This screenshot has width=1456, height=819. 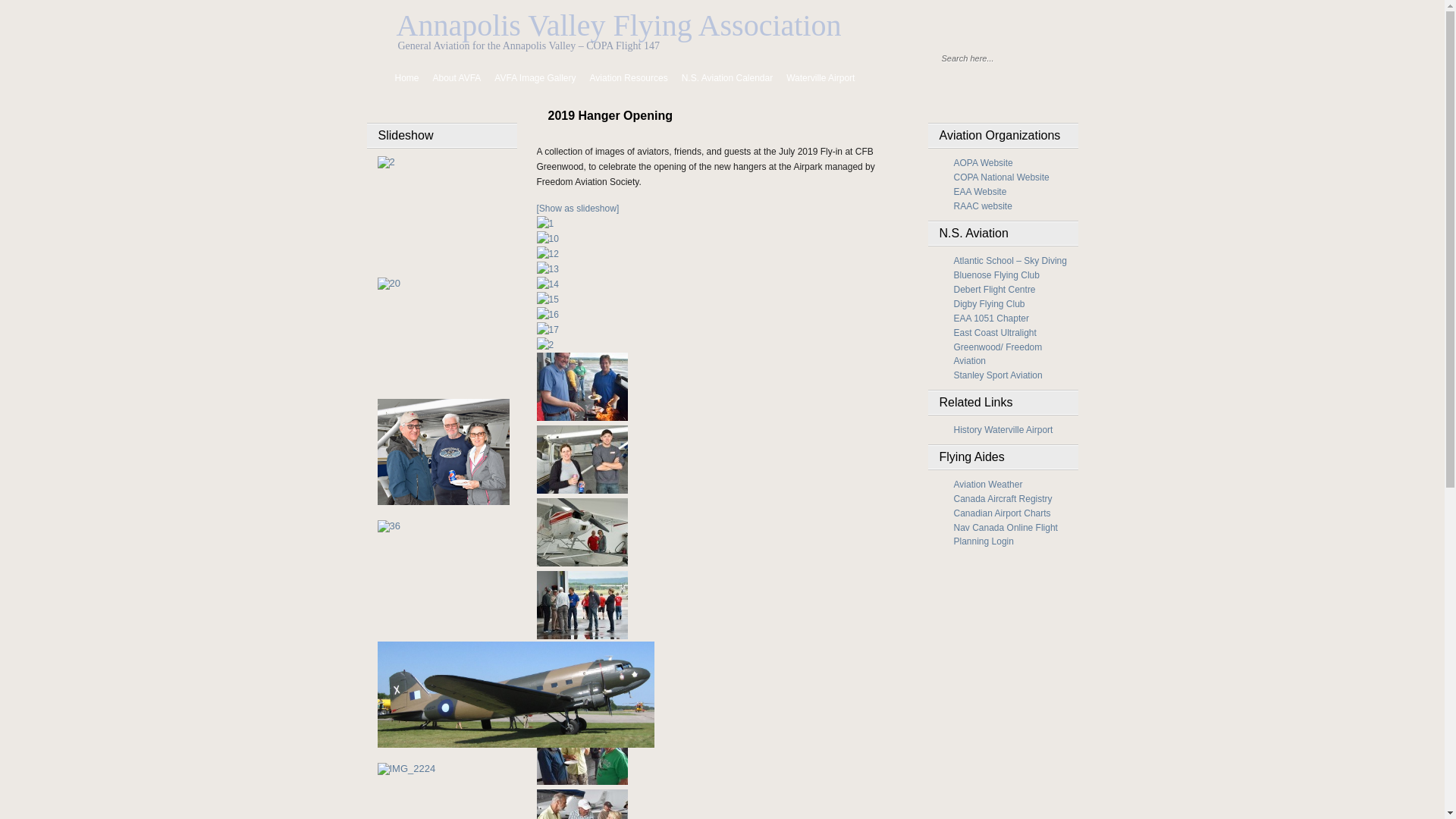 What do you see at coordinates (994, 289) in the screenshot?
I see `'Debert Flight Centre'` at bounding box center [994, 289].